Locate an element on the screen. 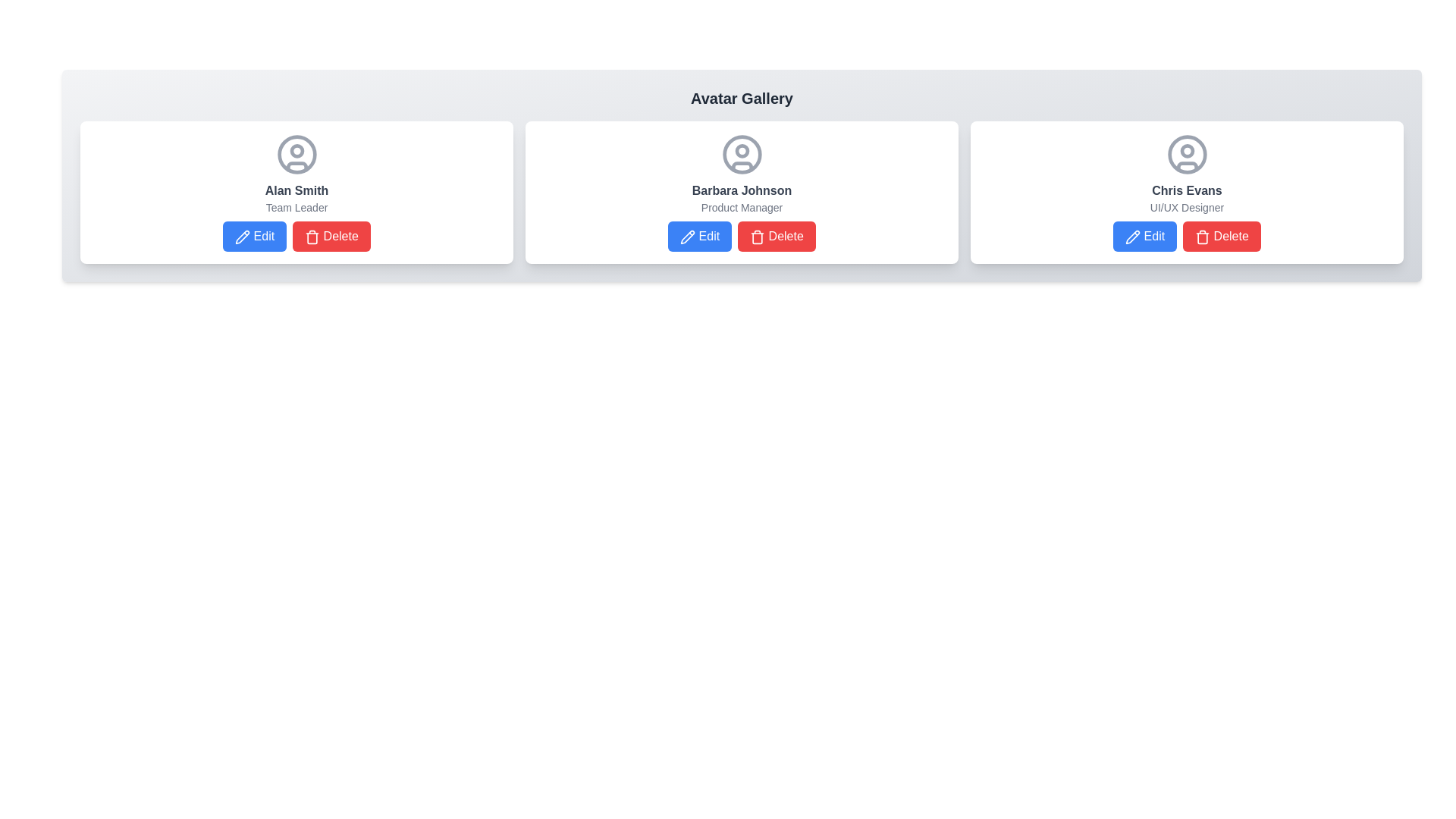 Image resolution: width=1456 pixels, height=819 pixels. the text label displaying 'Barbara Johnson', which is styled in bold dark gray and positioned below the user avatar icon in the central card of a three-card layout is located at coordinates (742, 190).